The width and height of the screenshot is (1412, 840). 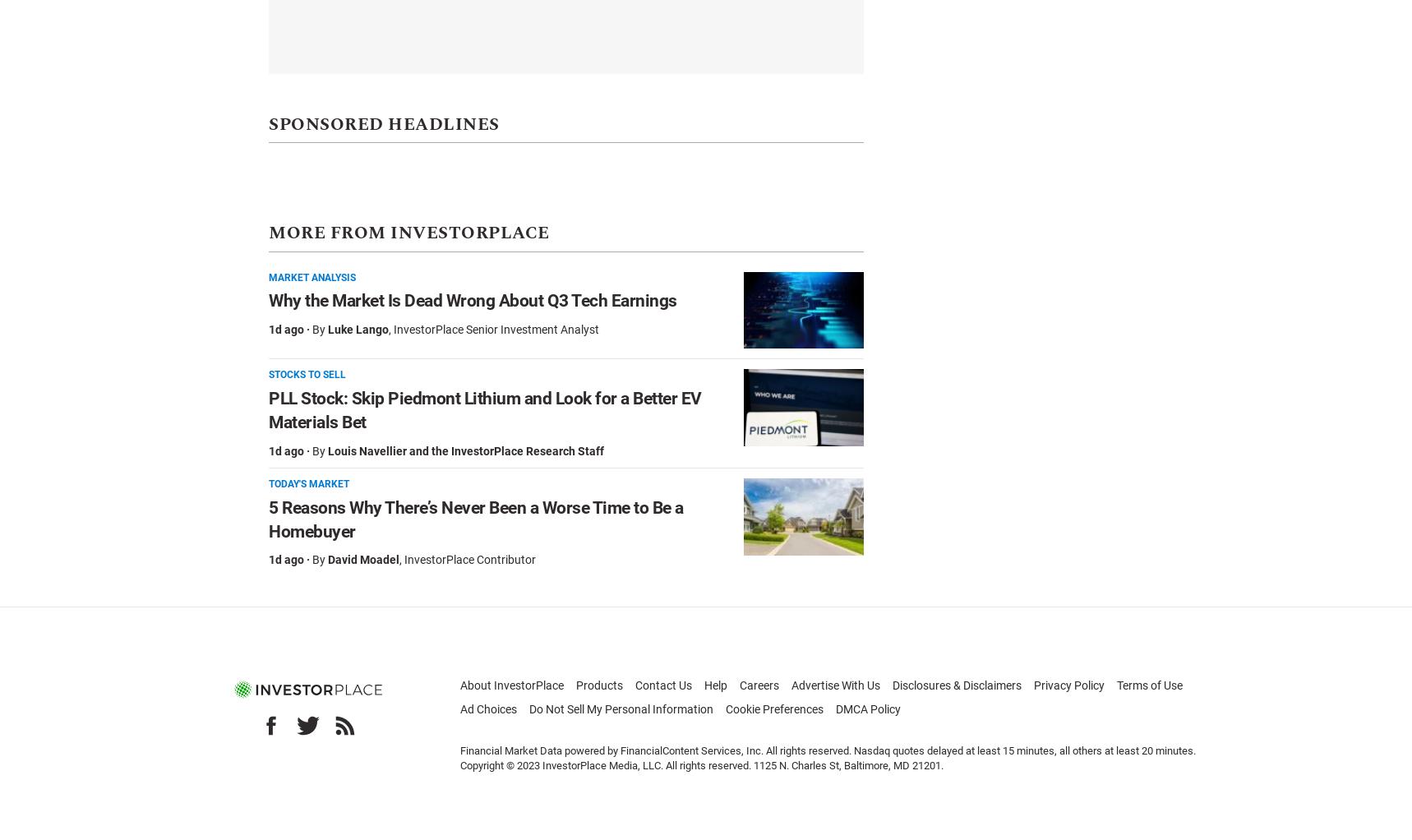 I want to click on 'Disclosures & Disclaimers', so click(x=957, y=684).